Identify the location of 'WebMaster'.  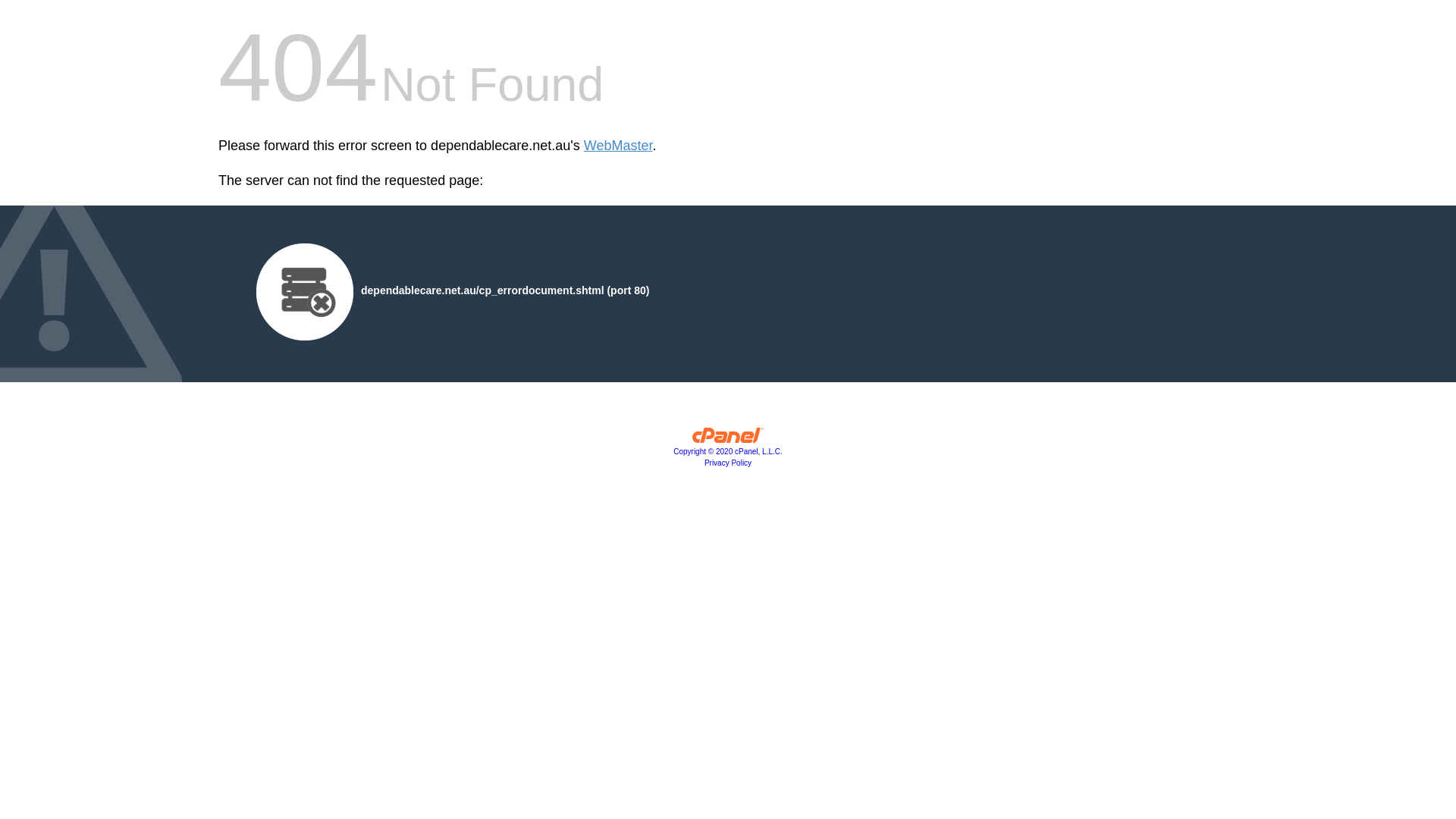
(618, 146).